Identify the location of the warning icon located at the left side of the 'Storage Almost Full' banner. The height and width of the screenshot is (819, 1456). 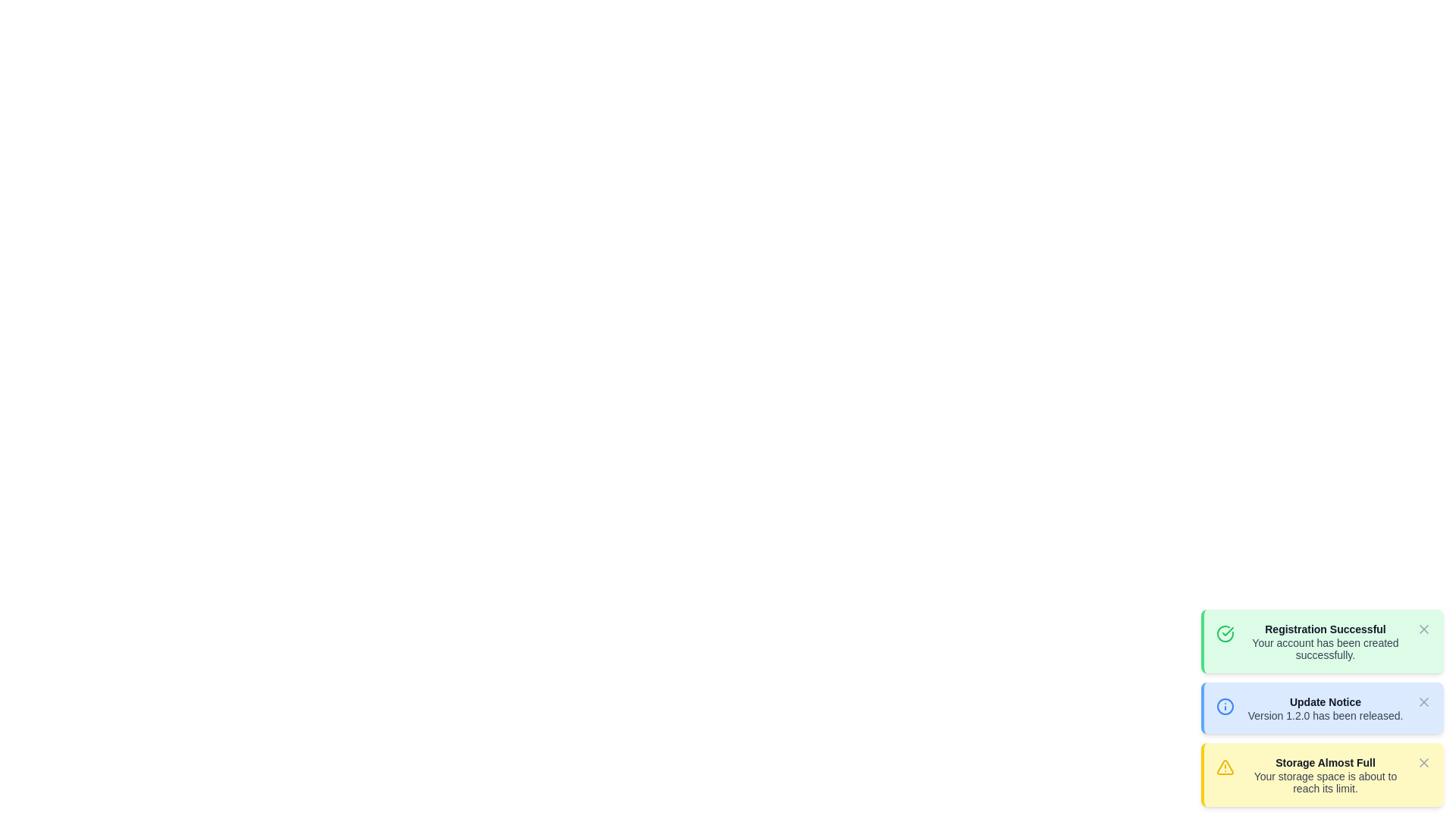
(1225, 766).